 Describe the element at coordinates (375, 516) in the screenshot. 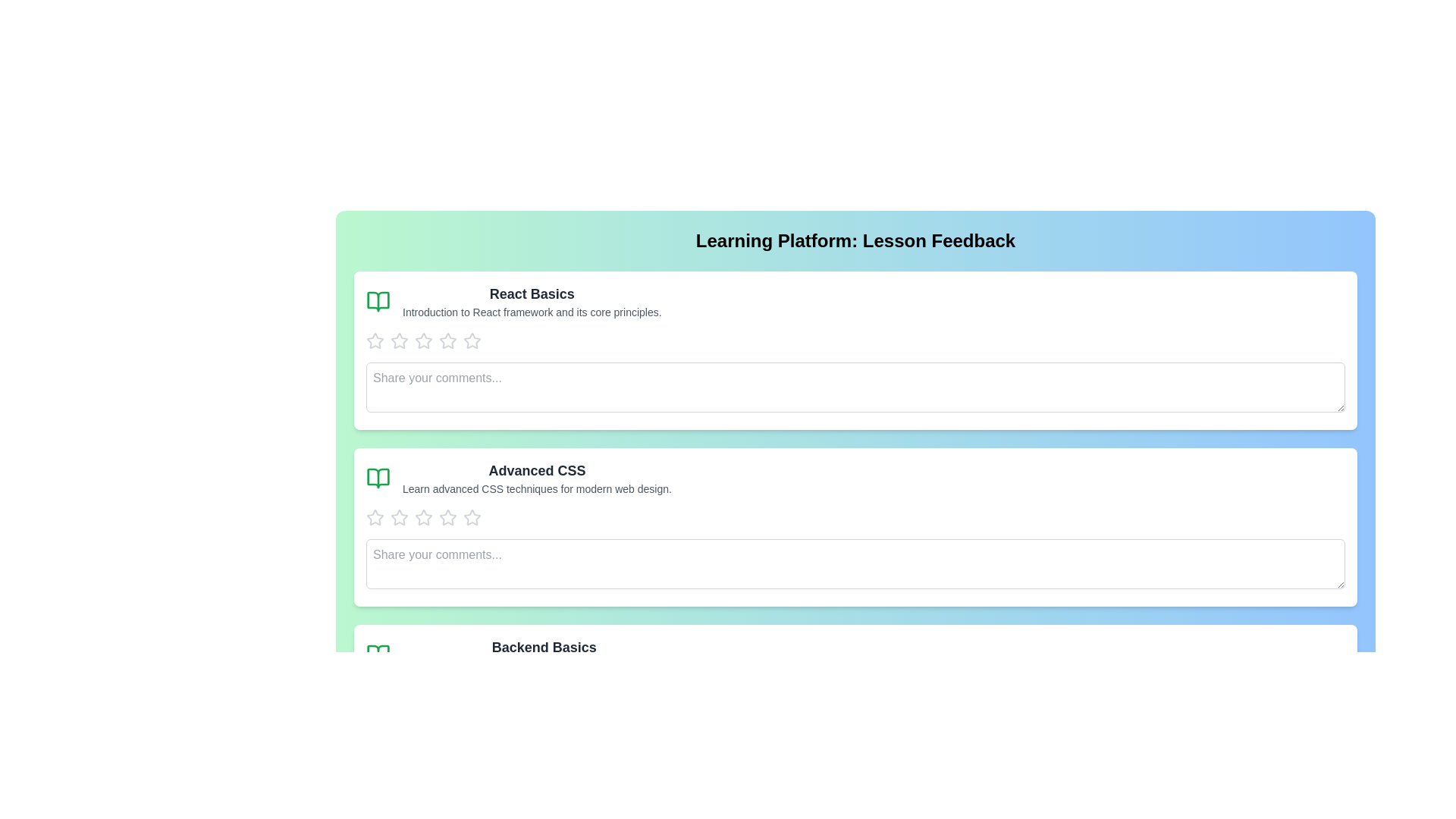

I see `the third star icon from the left in the rating system under the 'Advanced CSS' section to rate it` at that location.